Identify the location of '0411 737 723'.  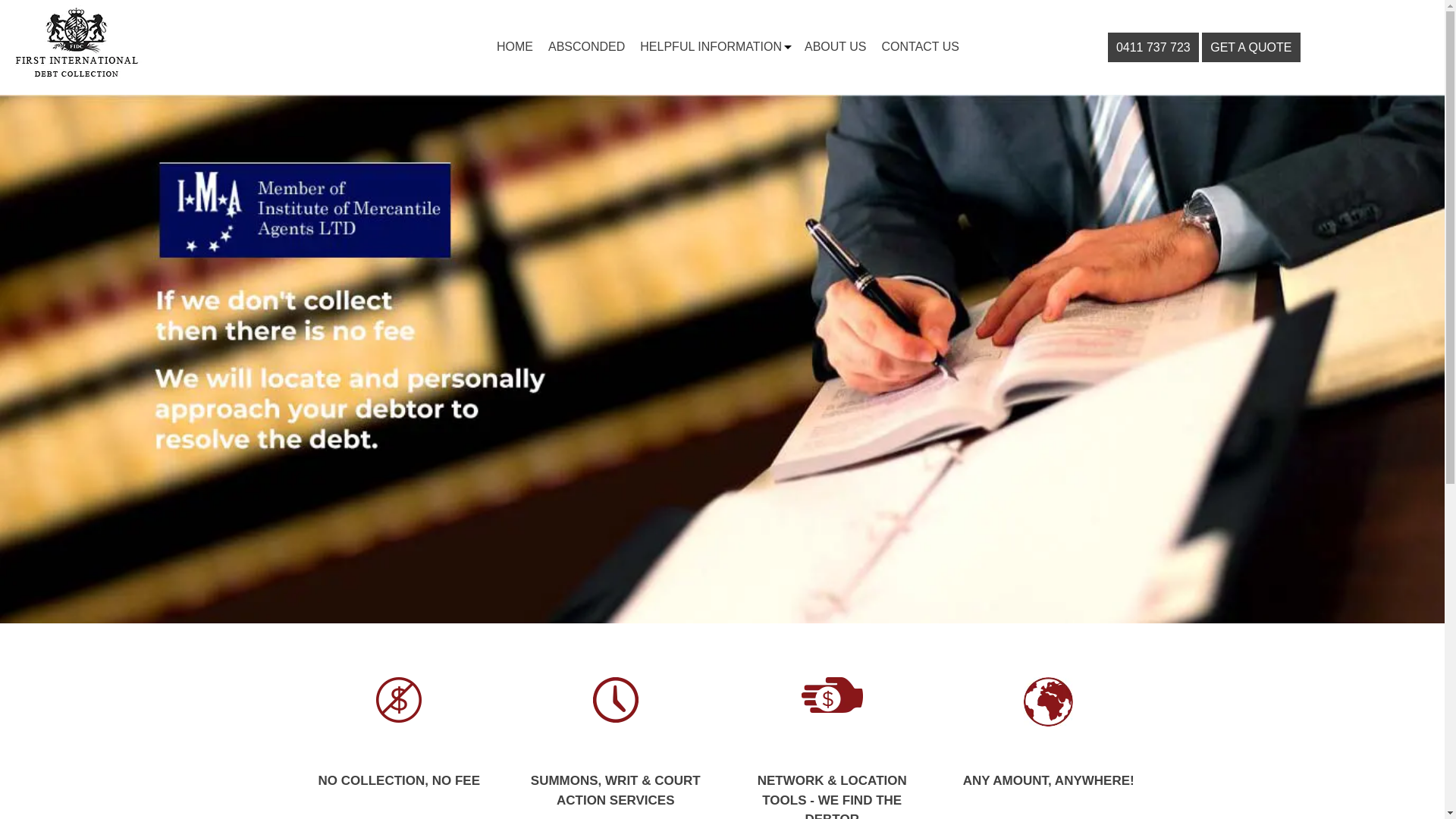
(1107, 46).